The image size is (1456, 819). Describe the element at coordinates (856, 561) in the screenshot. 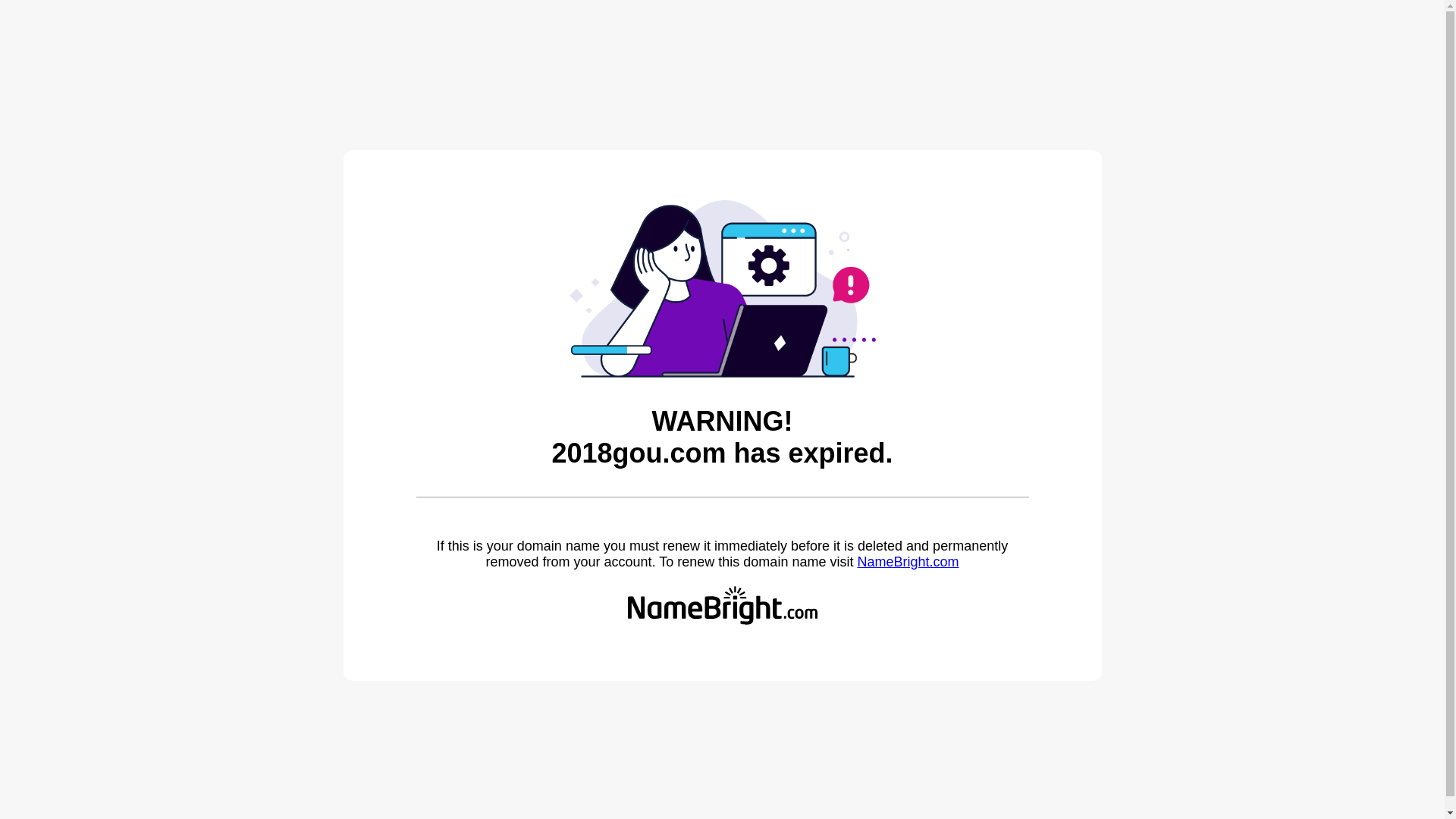

I see `'NameBright.com'` at that location.